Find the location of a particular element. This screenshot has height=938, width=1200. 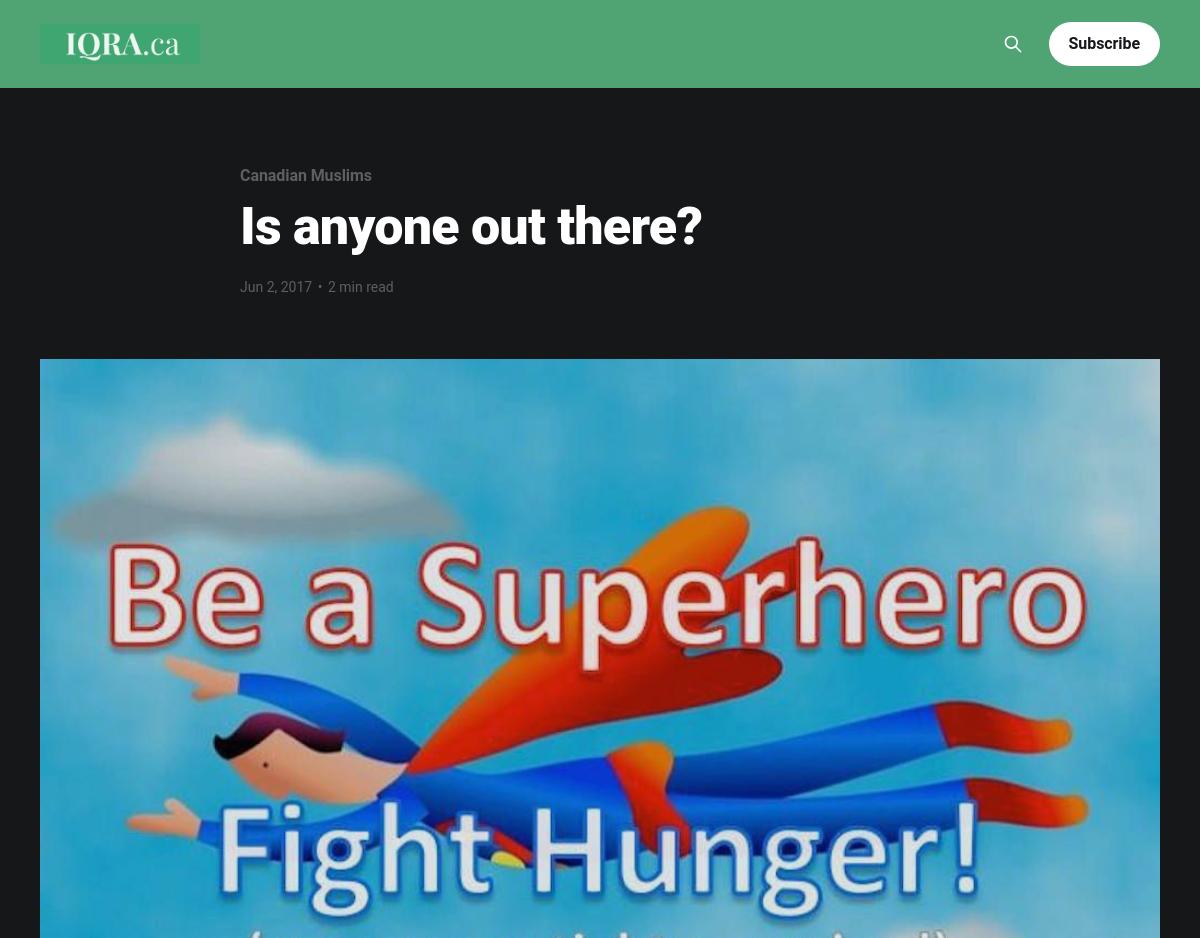

'Real Lives' is located at coordinates (290, 73).